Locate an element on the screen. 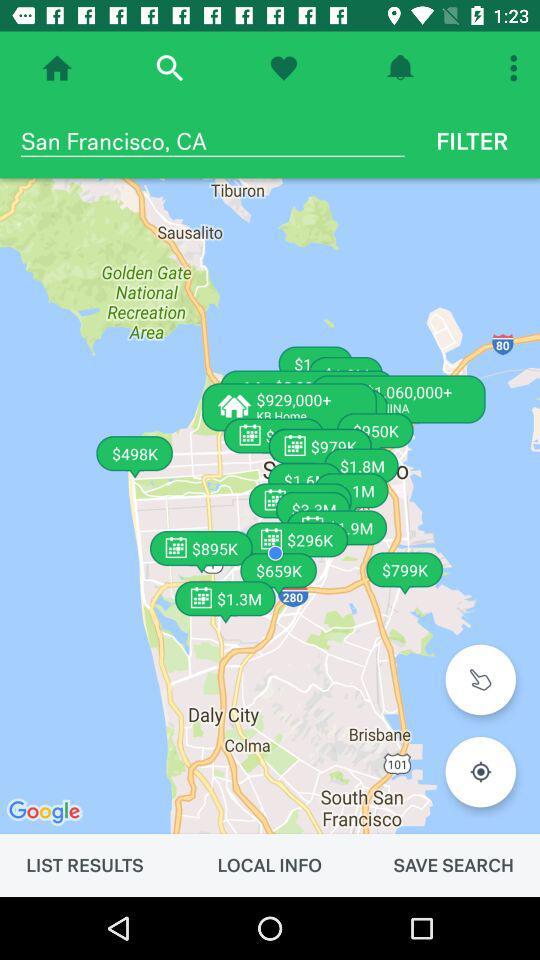 The width and height of the screenshot is (540, 960). like the picture is located at coordinates (282, 68).